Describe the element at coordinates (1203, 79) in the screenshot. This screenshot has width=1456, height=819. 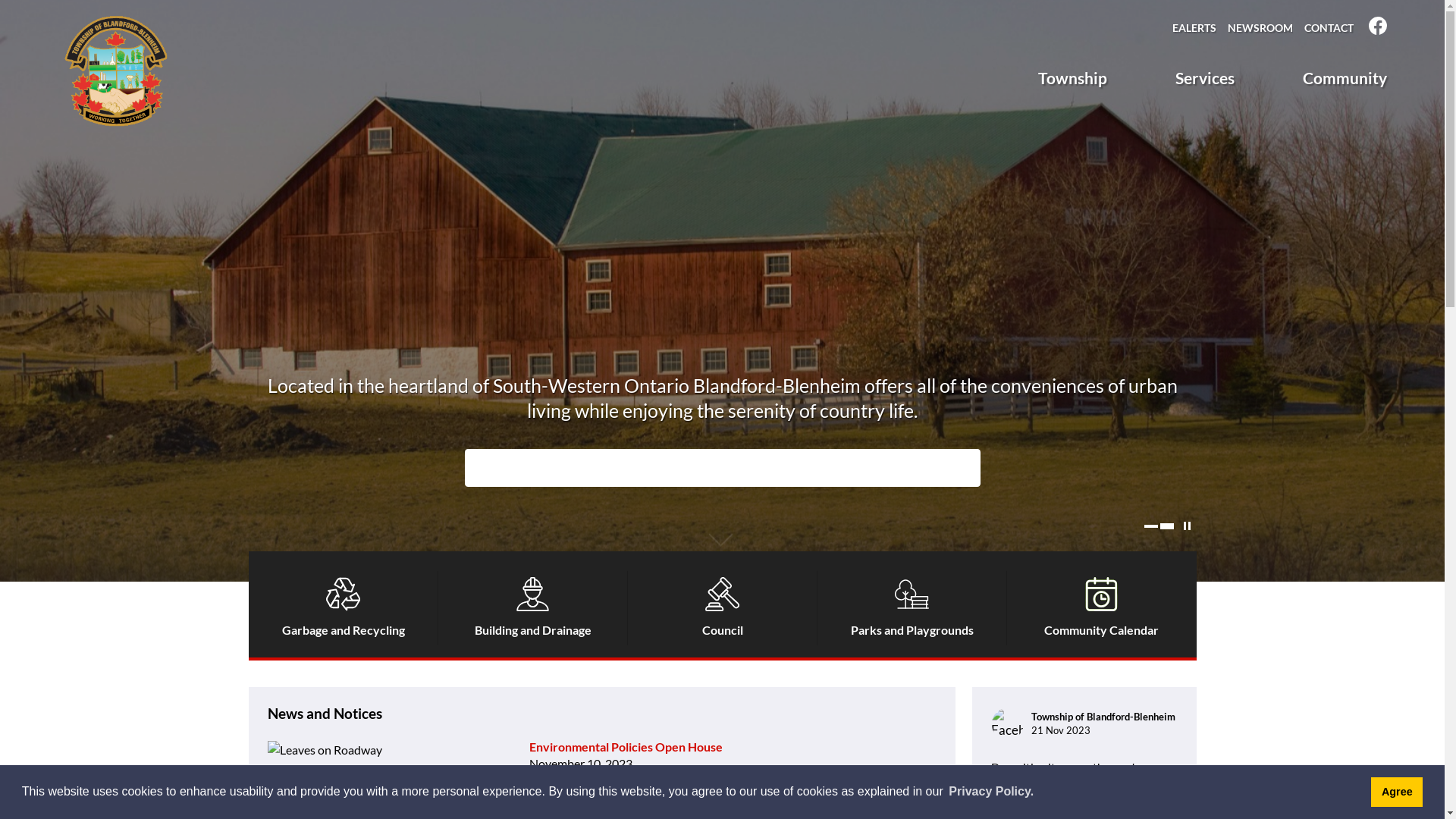
I see `'Services'` at that location.